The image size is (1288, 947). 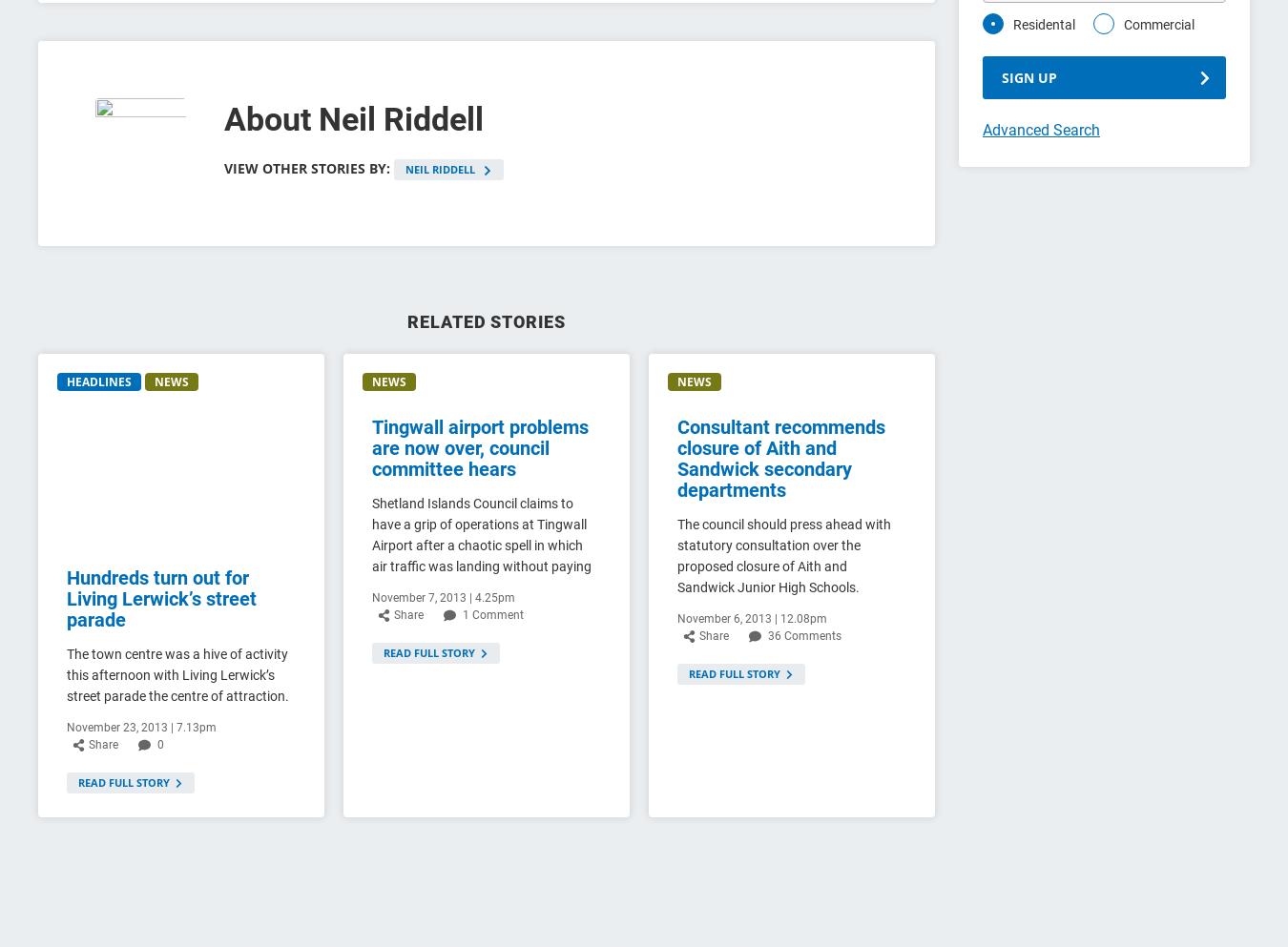 I want to click on '36 Comments', so click(x=802, y=635).